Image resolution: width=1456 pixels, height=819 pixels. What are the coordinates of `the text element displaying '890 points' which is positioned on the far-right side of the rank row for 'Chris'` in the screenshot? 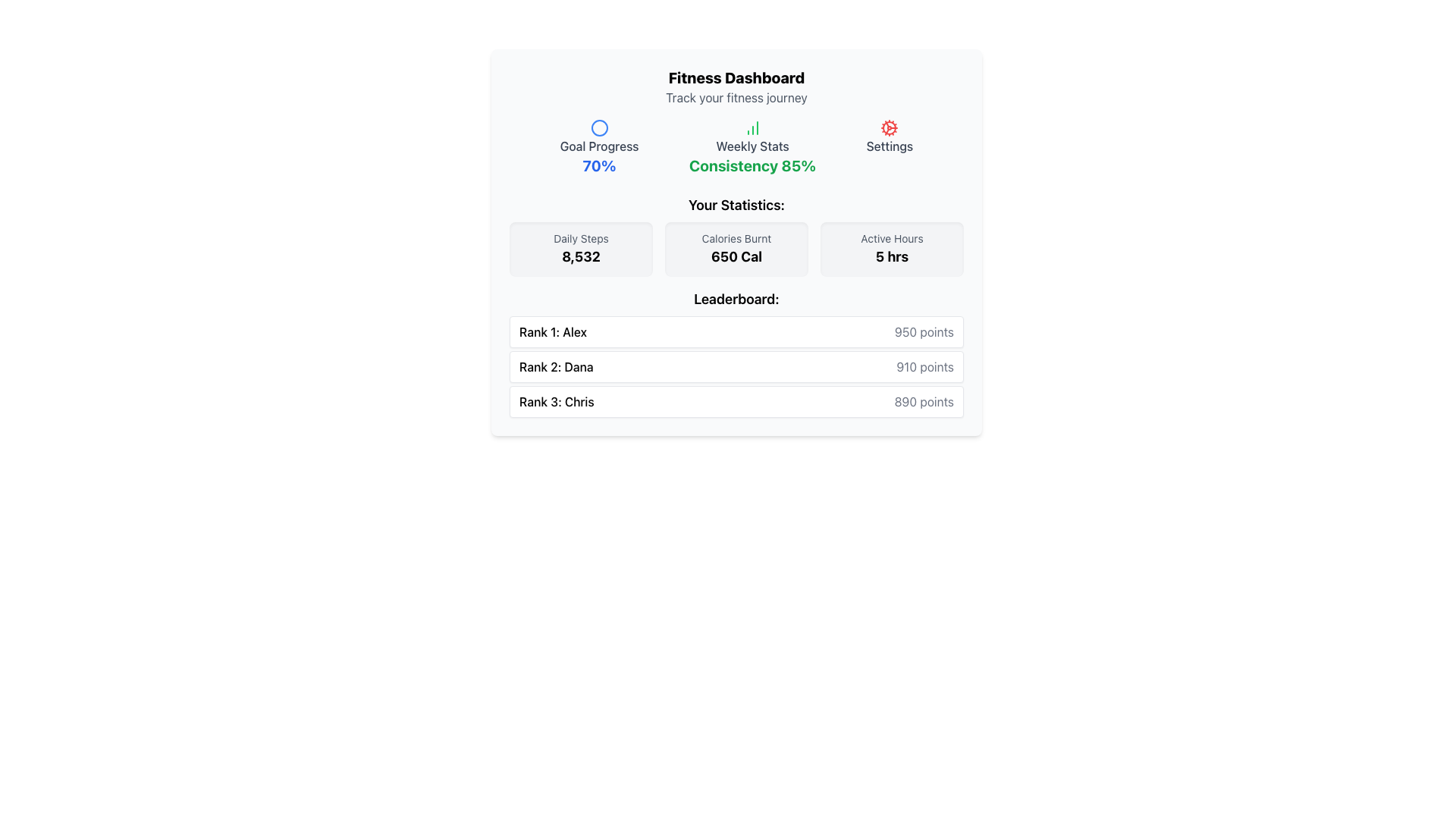 It's located at (923, 400).